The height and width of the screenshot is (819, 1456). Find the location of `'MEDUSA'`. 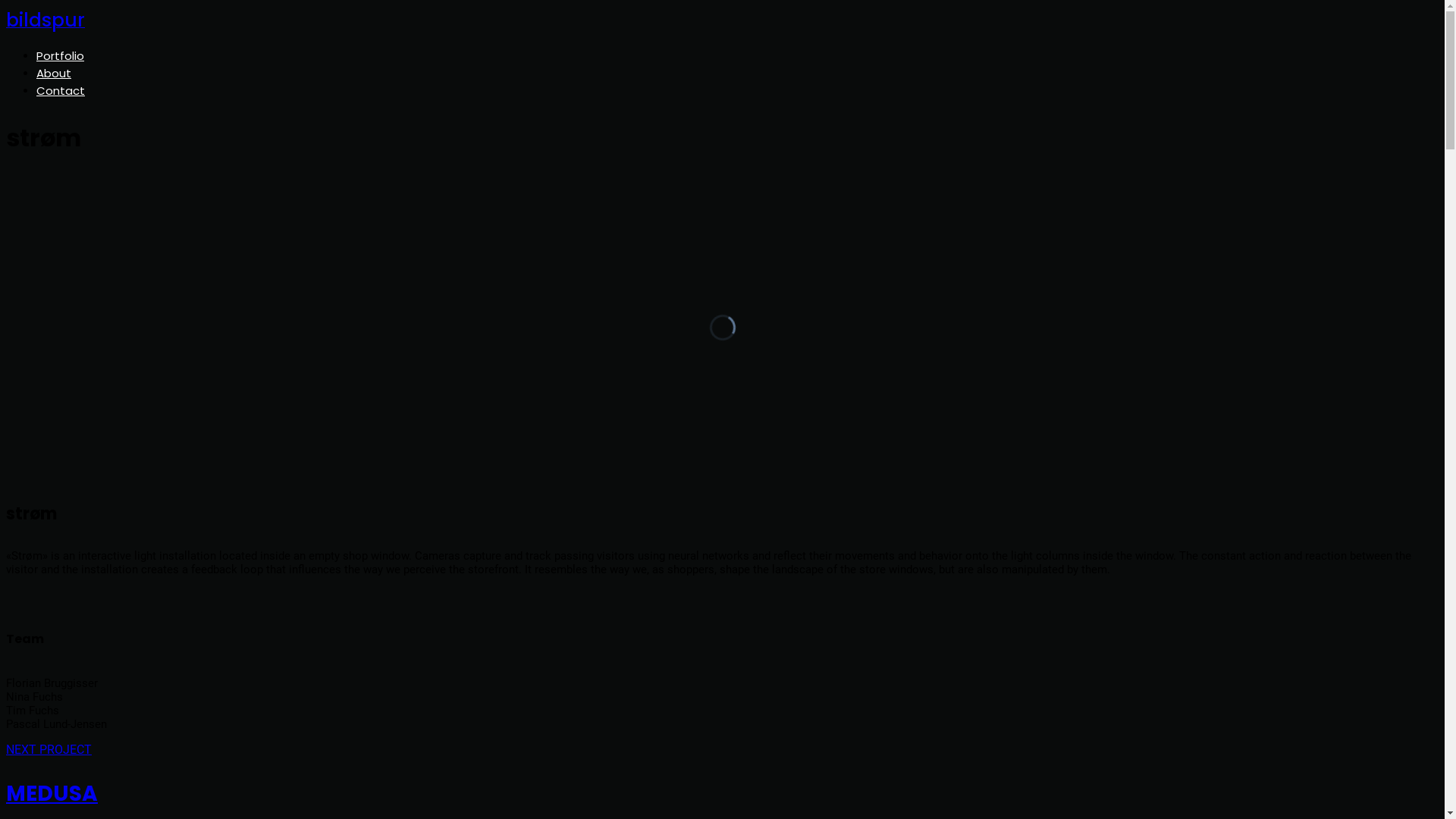

'MEDUSA' is located at coordinates (721, 792).